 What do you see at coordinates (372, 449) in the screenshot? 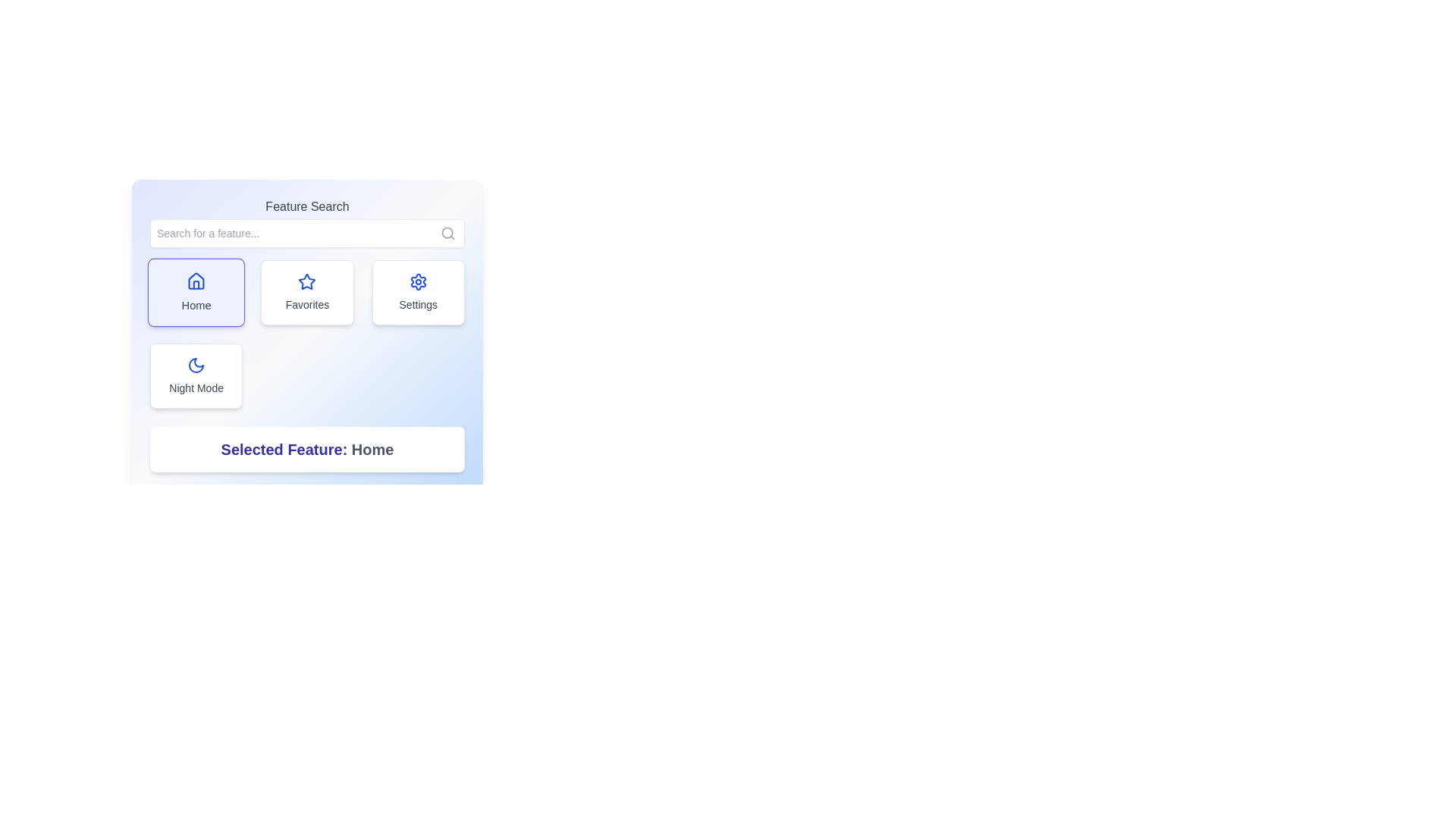
I see `the 'Home' text label, which is part of the 'Selected Feature: Home' text group` at bounding box center [372, 449].